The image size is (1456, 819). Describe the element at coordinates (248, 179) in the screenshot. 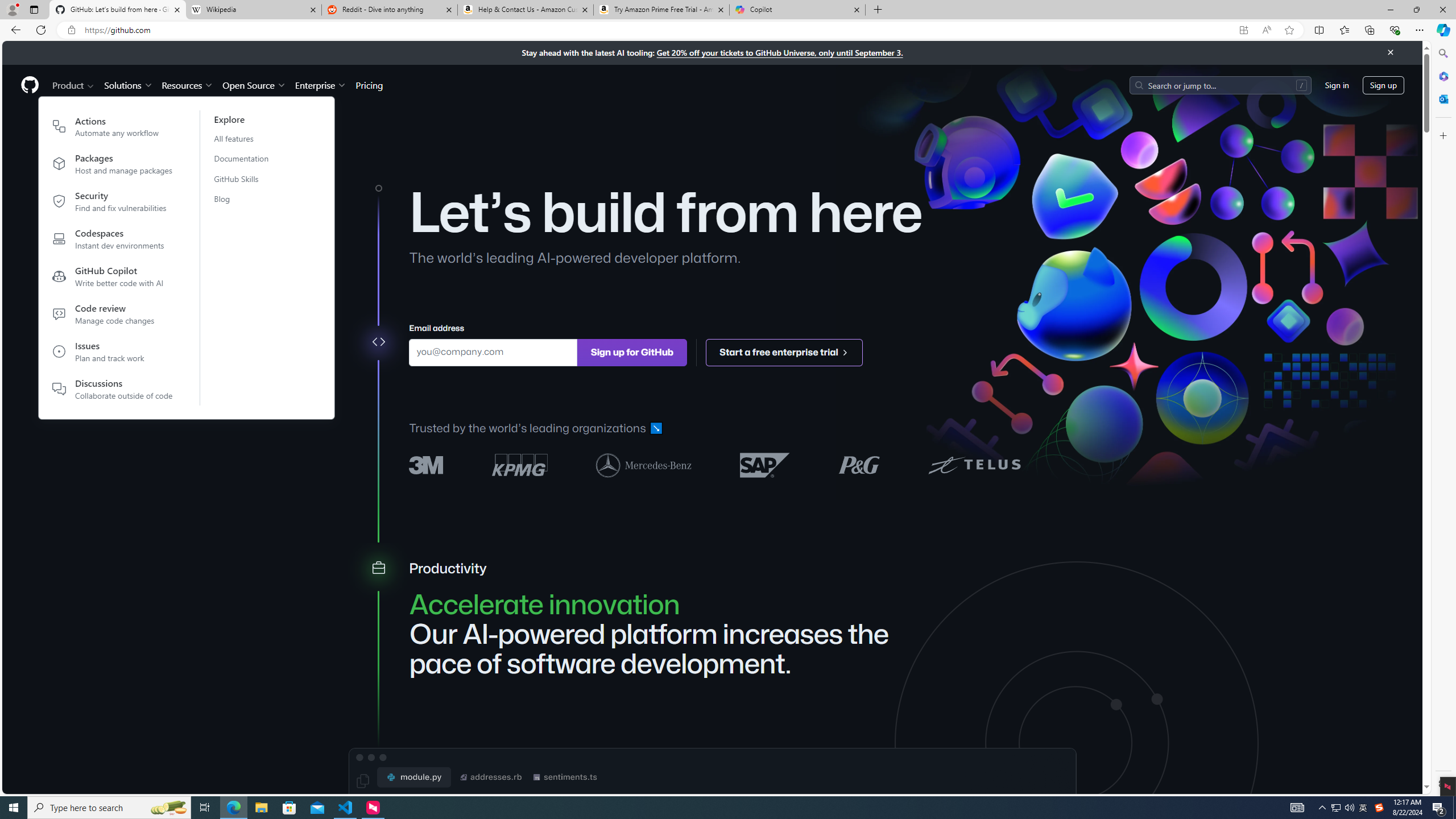

I see `'GitHub Skills'` at that location.